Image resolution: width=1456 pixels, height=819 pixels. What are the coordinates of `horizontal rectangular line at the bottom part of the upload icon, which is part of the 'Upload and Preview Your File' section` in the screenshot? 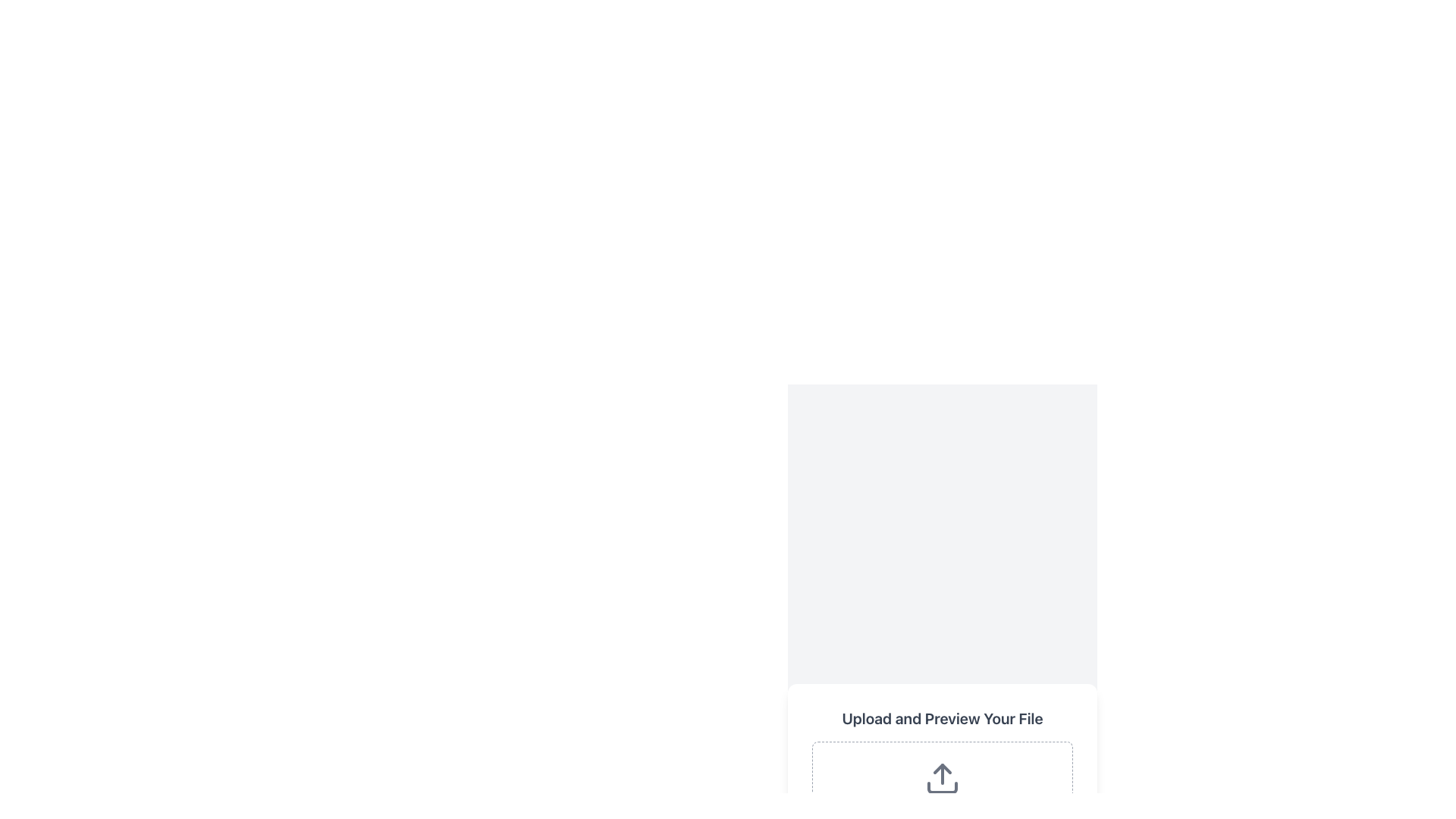 It's located at (942, 786).